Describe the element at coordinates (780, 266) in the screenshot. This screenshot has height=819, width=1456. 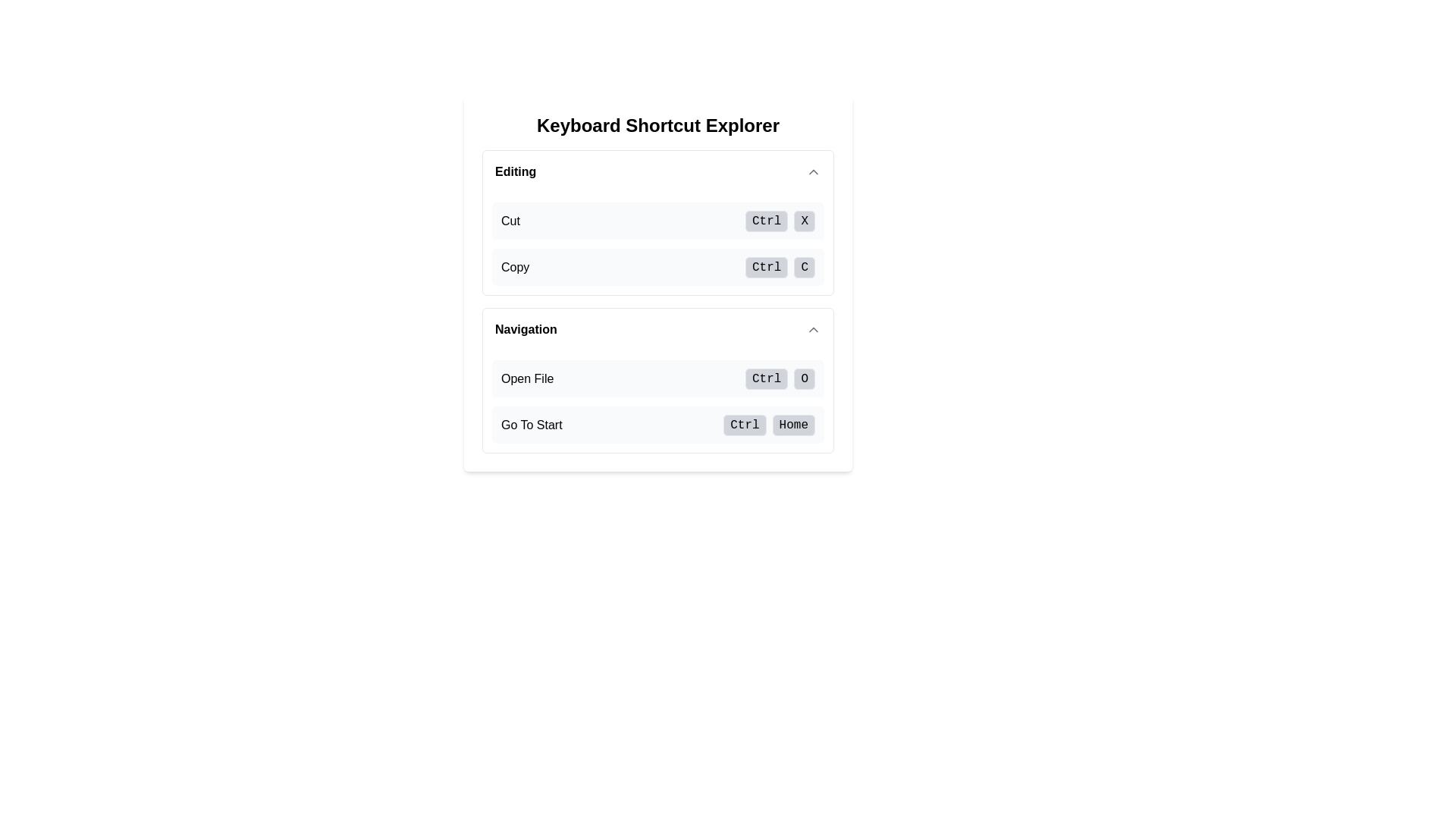
I see `the keyboard shortcut visual indicator for 'Ctrl + C' located in the 'Copy' section under 'Editing' to provide users with clear instructions for copying content` at that location.